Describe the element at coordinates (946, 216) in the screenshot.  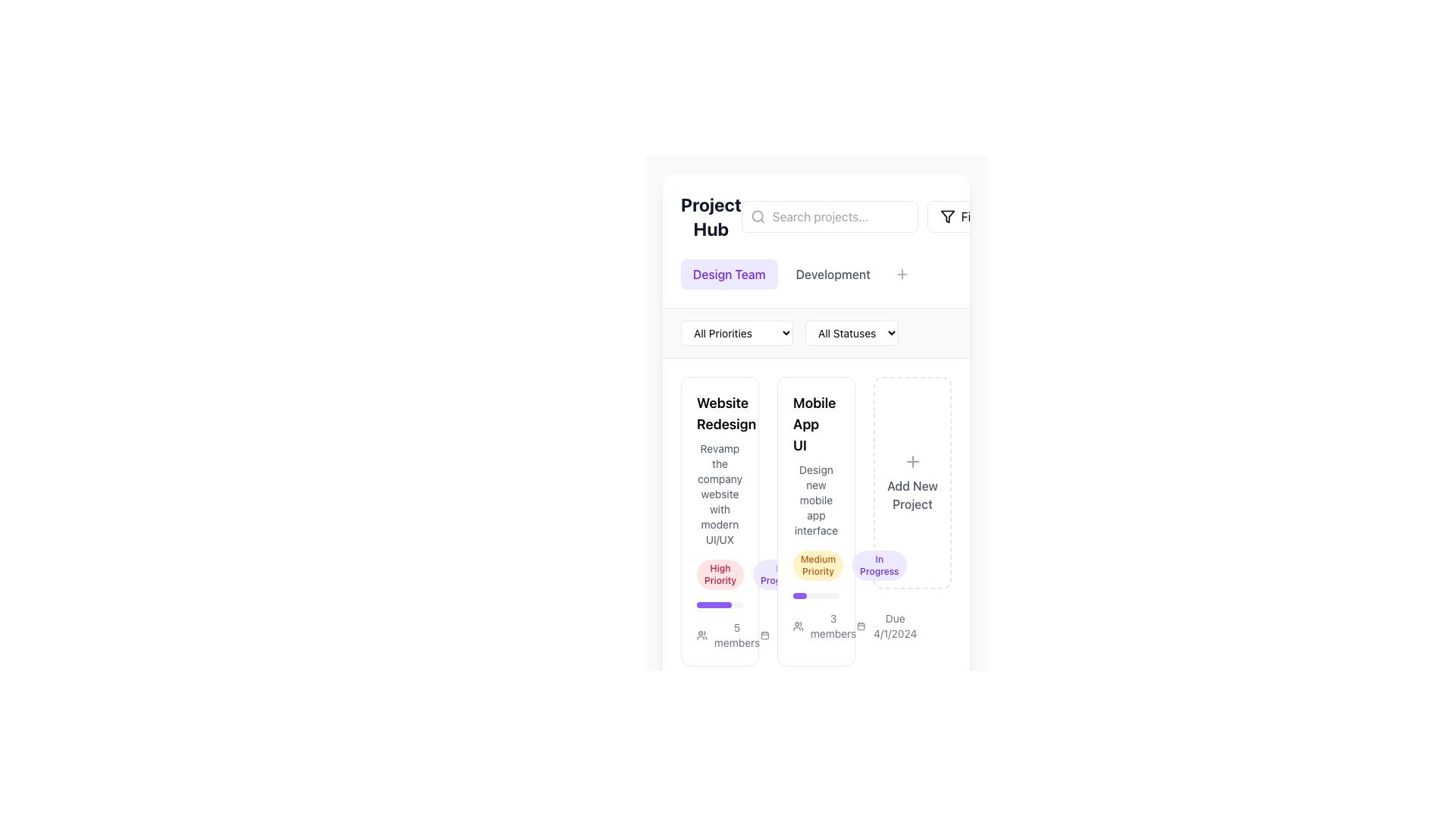
I see `the filter funnel icon located in the top right corner of the 'Filters' button, adjacent to the search bar` at that location.